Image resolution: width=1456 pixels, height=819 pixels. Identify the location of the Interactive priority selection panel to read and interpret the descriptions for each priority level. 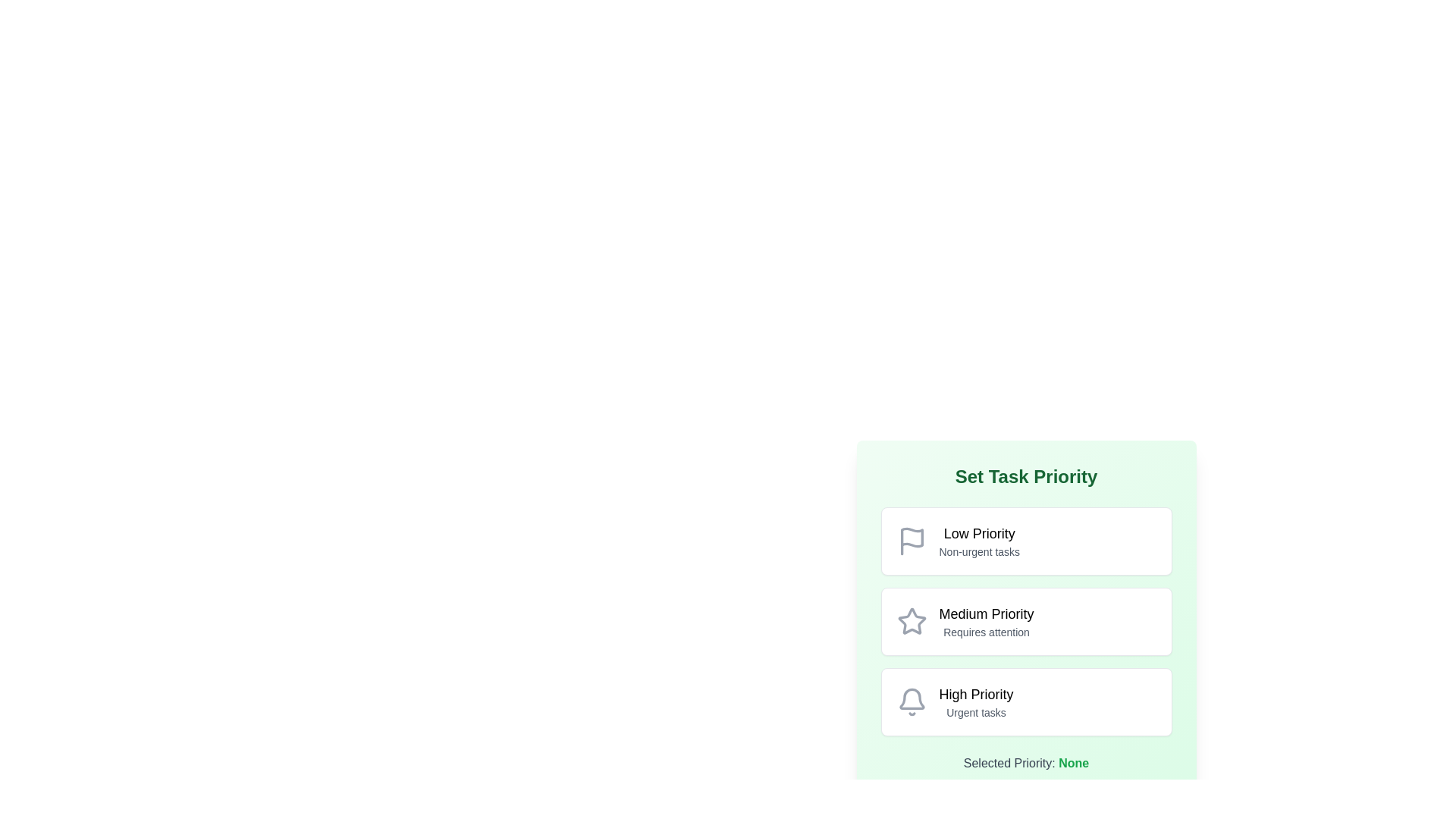
(1026, 619).